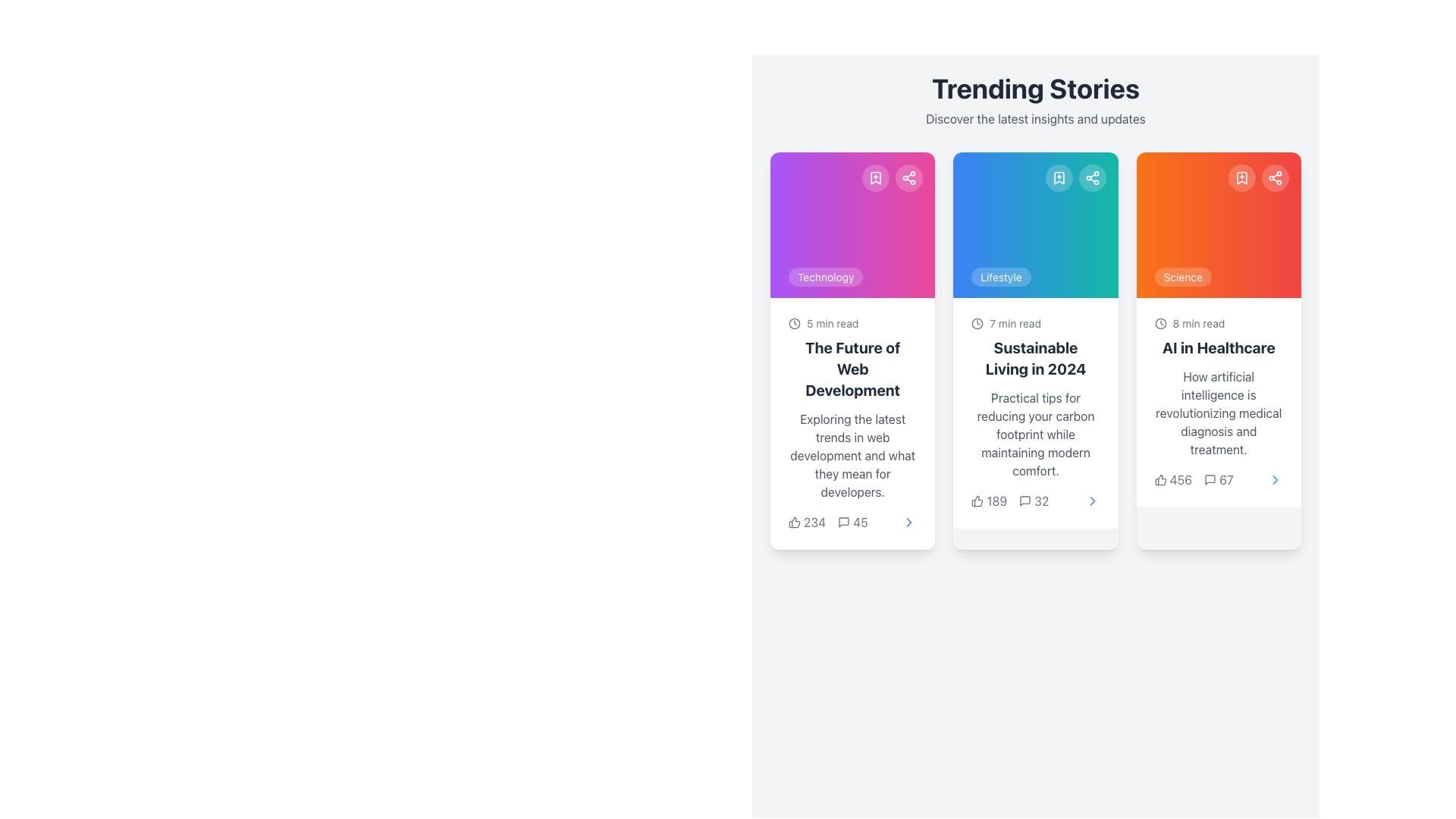 The height and width of the screenshot is (819, 1456). What do you see at coordinates (1274, 177) in the screenshot?
I see `the share button located at the top-right corner of the 'AI in Healthcare' card` at bounding box center [1274, 177].